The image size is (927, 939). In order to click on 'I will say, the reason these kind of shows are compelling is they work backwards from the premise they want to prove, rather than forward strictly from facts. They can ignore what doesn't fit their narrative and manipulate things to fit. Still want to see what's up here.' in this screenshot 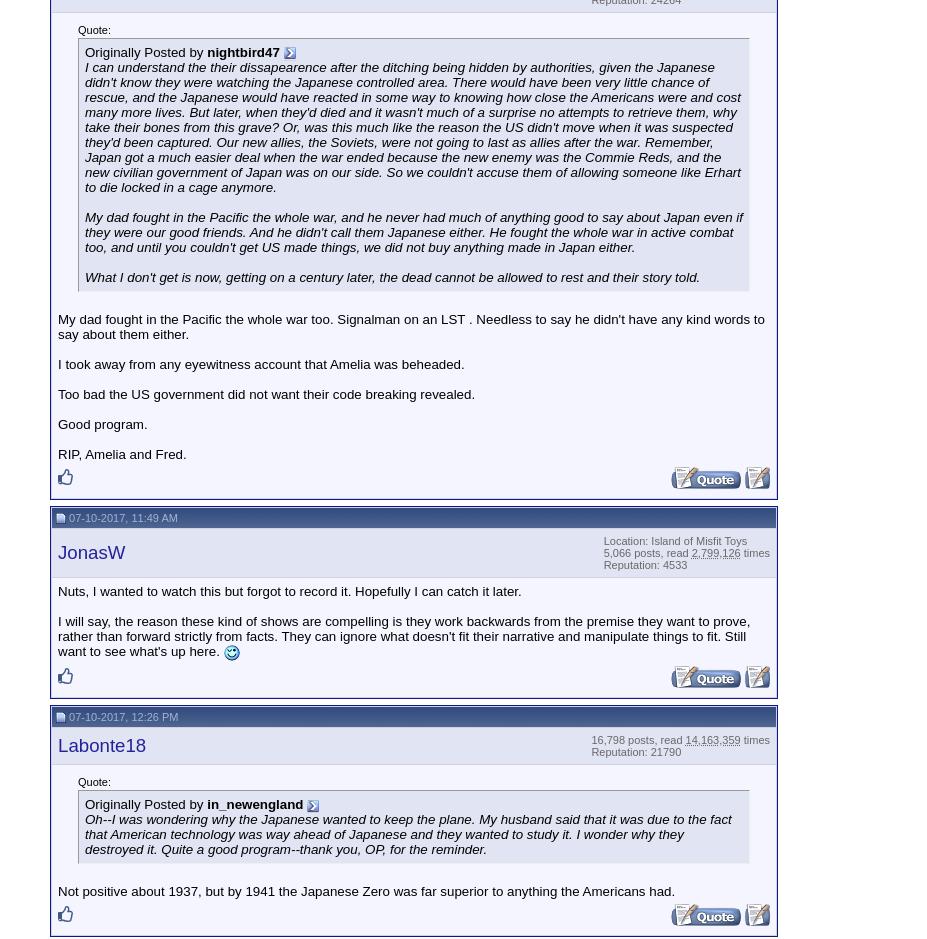, I will do `click(402, 635)`.